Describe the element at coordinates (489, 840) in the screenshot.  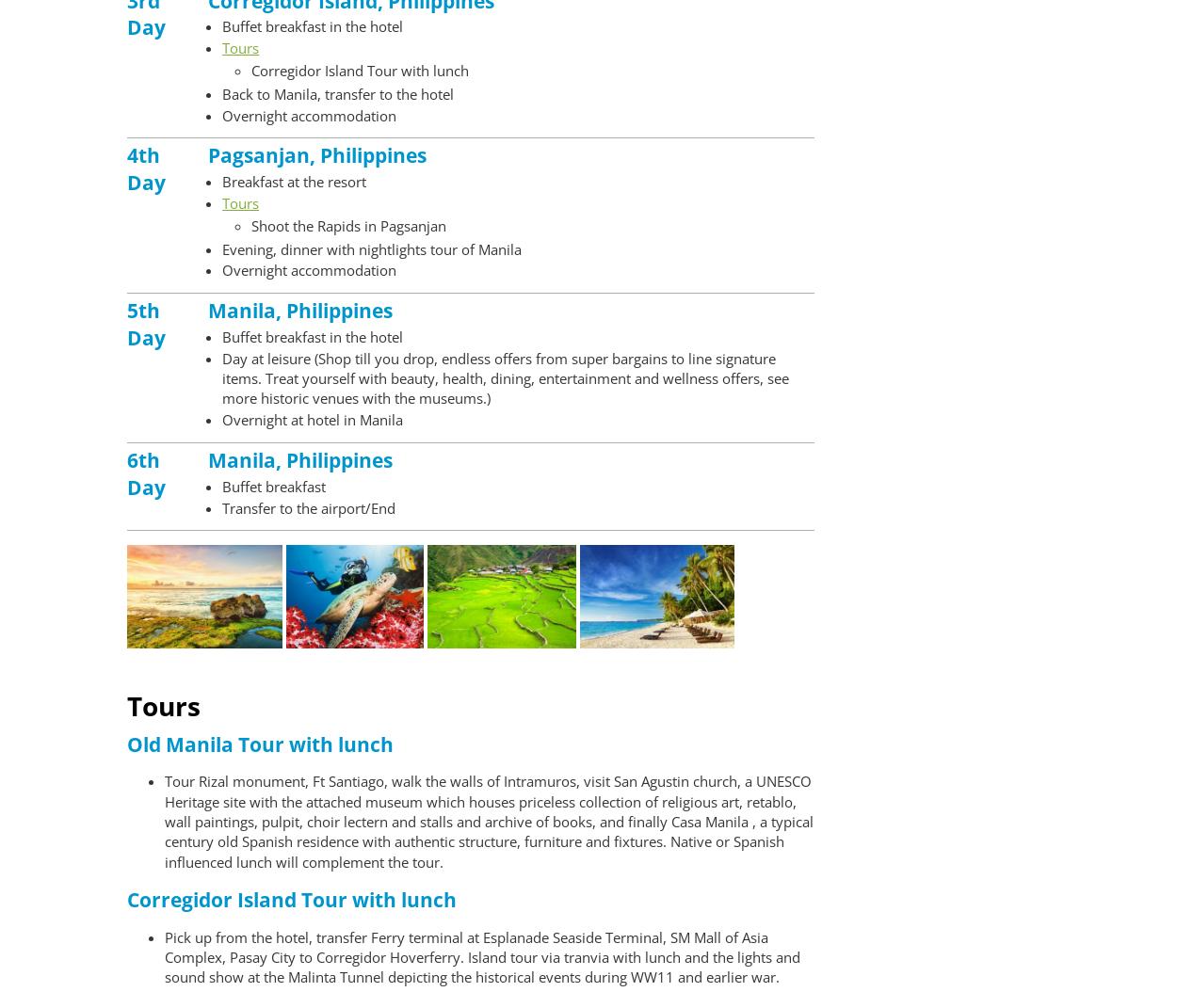
I see `', a typical century old Spanish residence with authentic structure, furniture and fixtures. Native or Spanish influenced lunch will complement the tour.'` at that location.